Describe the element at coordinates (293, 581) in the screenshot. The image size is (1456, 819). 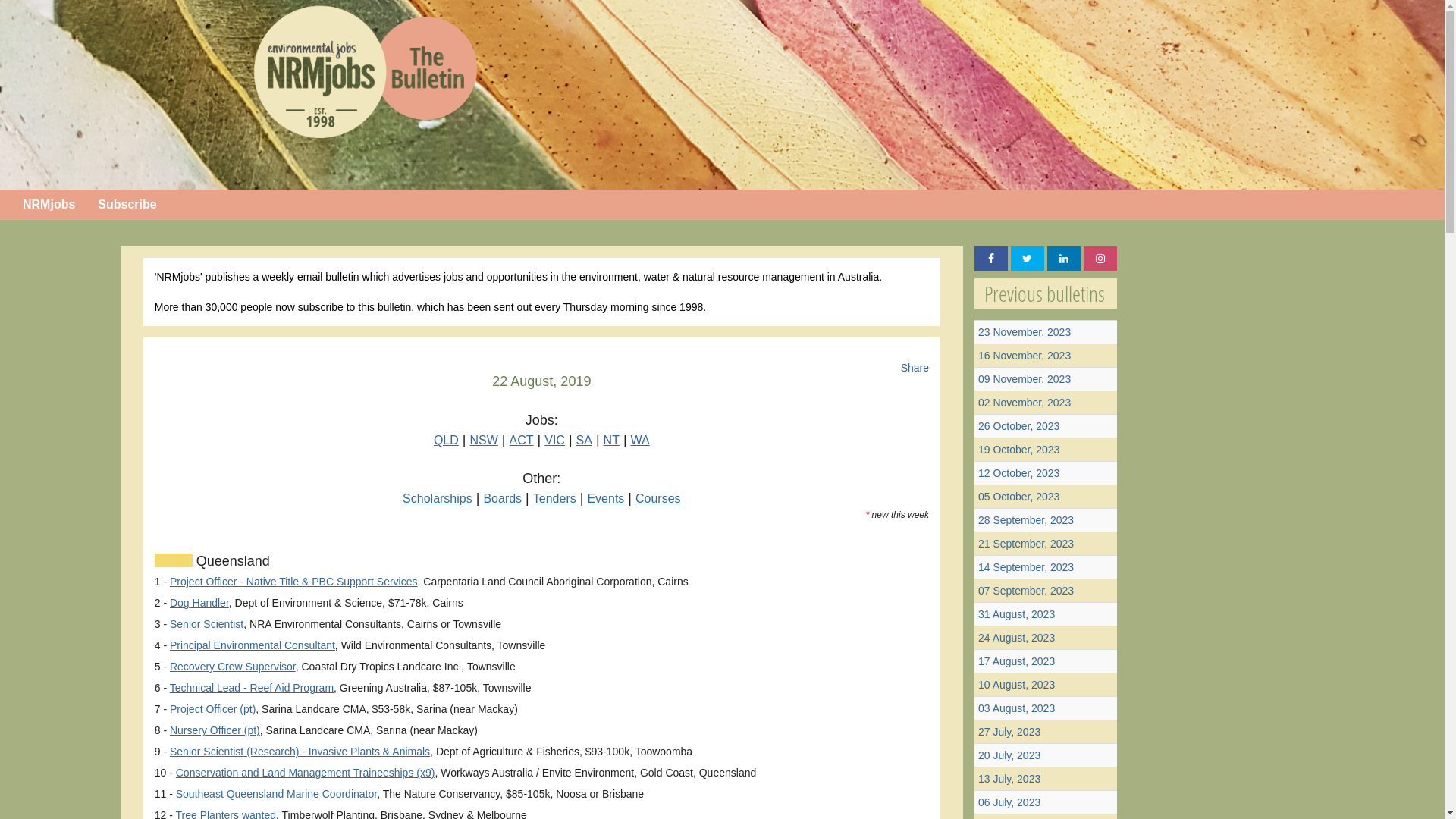
I see `'Project Officer - Native Title & PBC Support Services'` at that location.